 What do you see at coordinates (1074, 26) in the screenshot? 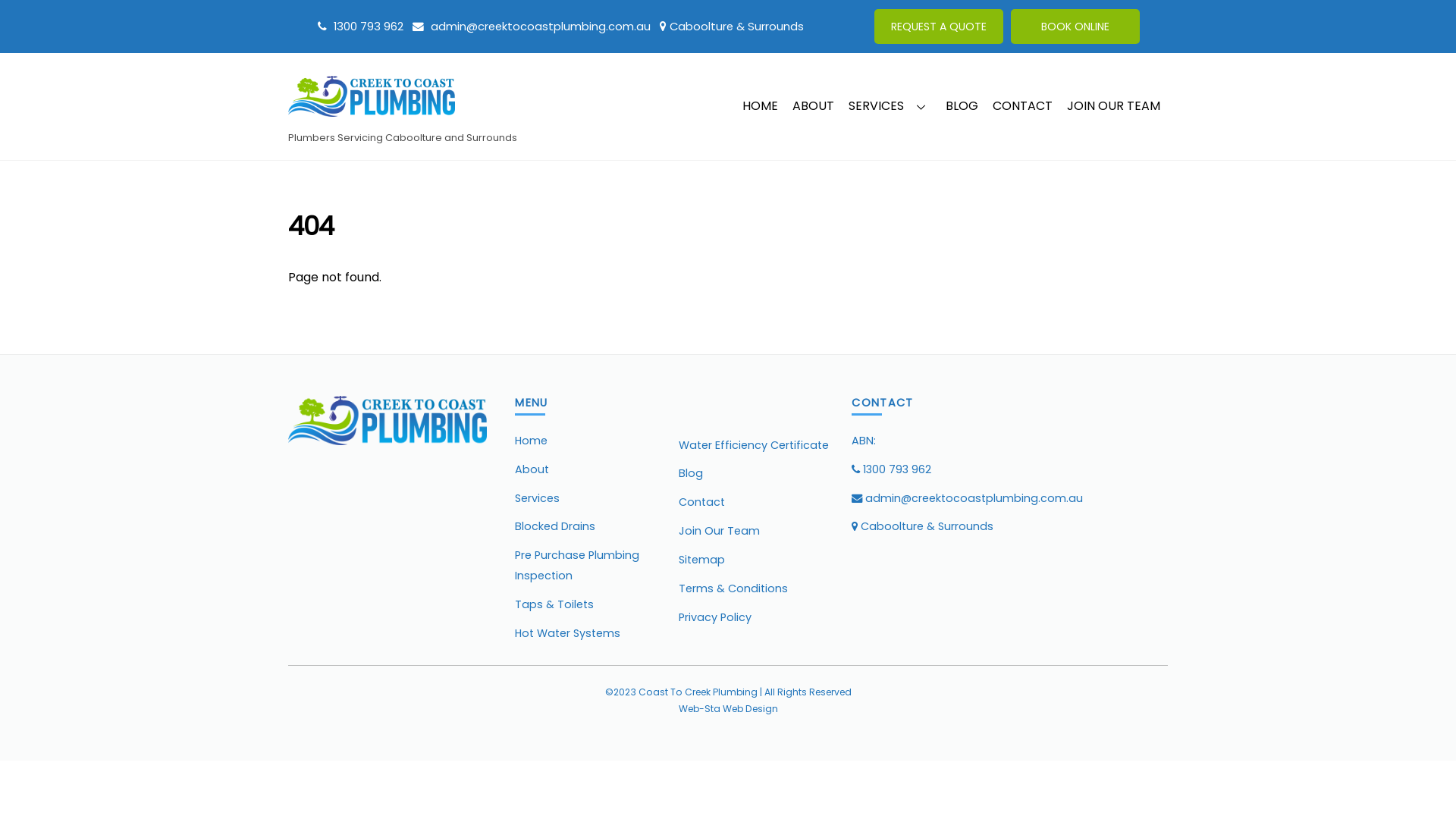
I see `'BOOK ONLINE'` at bounding box center [1074, 26].